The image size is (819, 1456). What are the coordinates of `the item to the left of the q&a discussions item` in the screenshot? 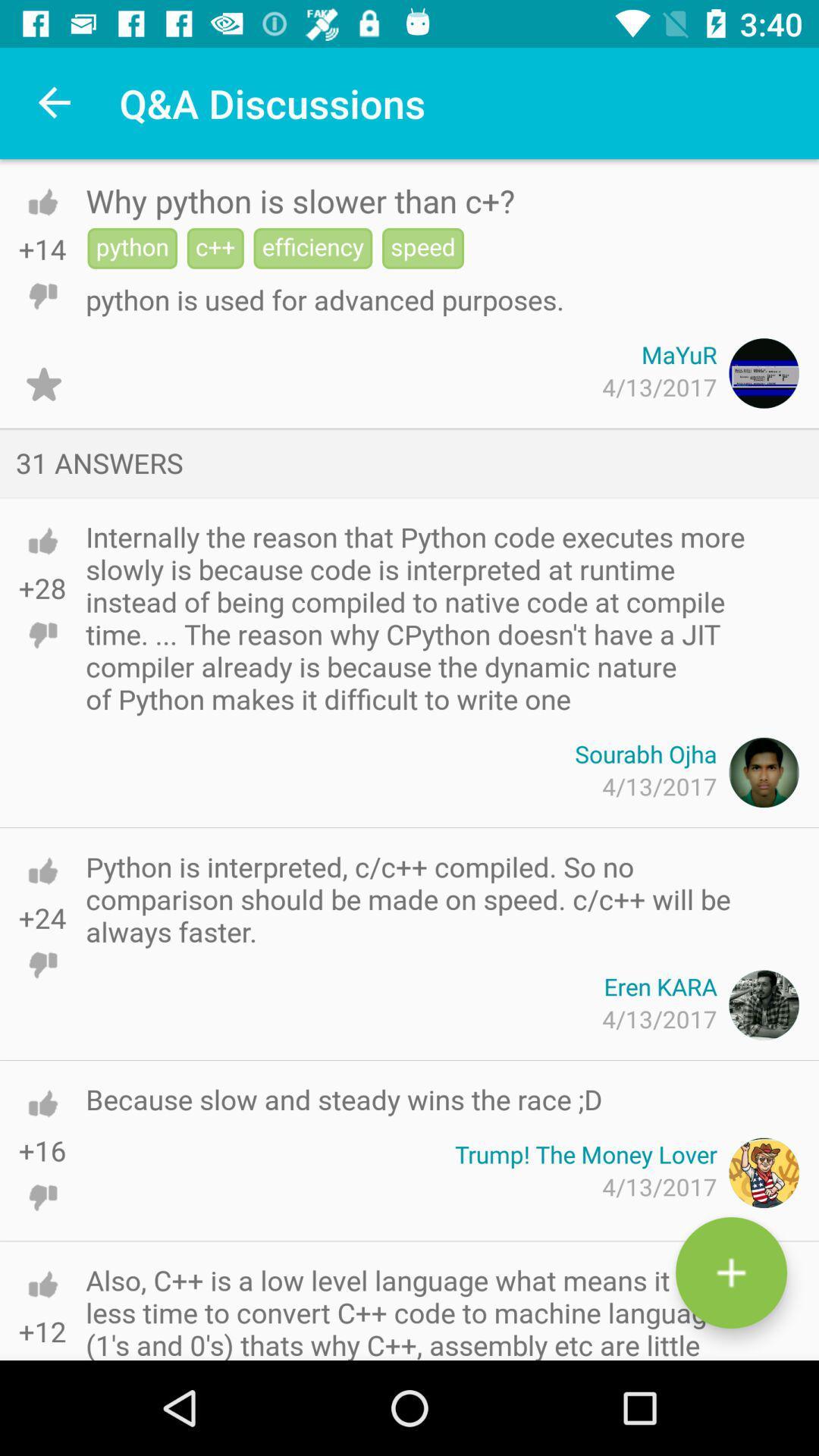 It's located at (55, 102).